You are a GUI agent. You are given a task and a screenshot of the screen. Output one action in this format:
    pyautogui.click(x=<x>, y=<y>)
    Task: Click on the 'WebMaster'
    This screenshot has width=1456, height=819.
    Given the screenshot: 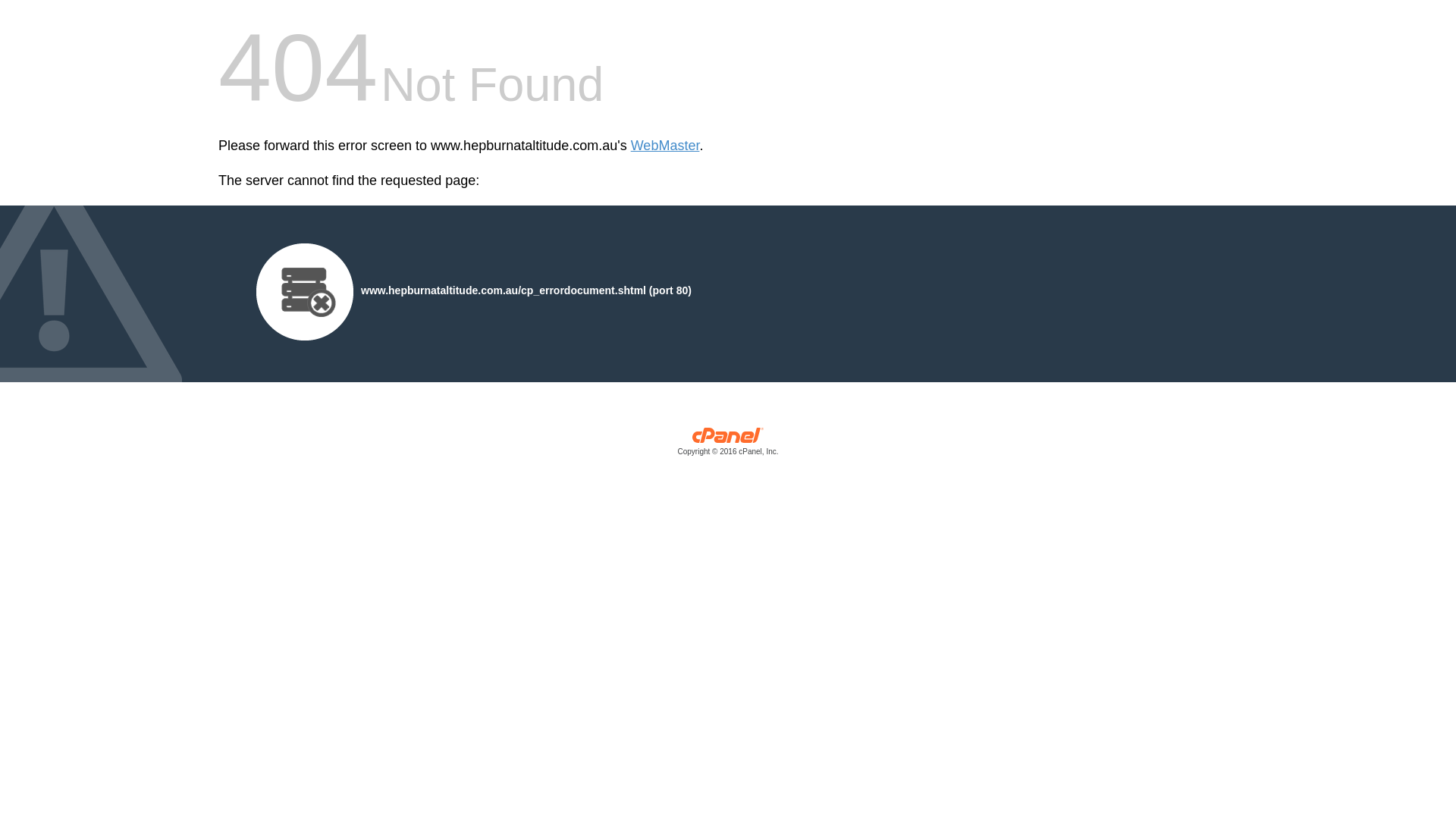 What is the action you would take?
    pyautogui.click(x=630, y=146)
    